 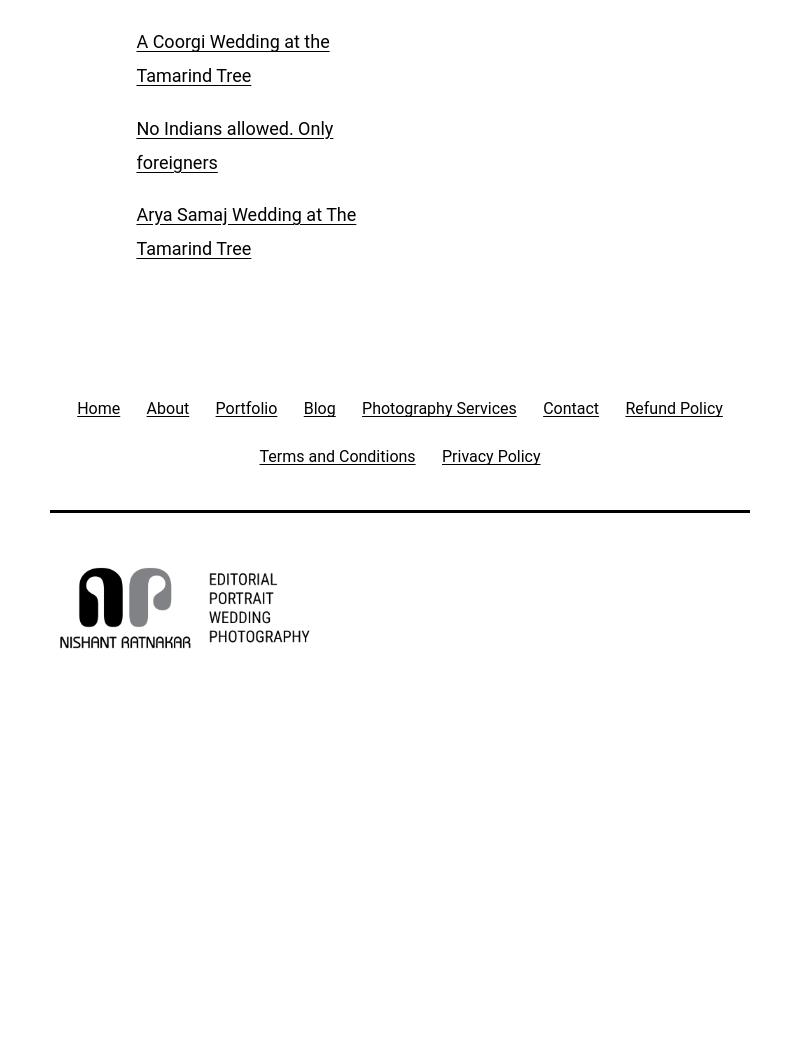 What do you see at coordinates (542, 407) in the screenshot?
I see `'Contact'` at bounding box center [542, 407].